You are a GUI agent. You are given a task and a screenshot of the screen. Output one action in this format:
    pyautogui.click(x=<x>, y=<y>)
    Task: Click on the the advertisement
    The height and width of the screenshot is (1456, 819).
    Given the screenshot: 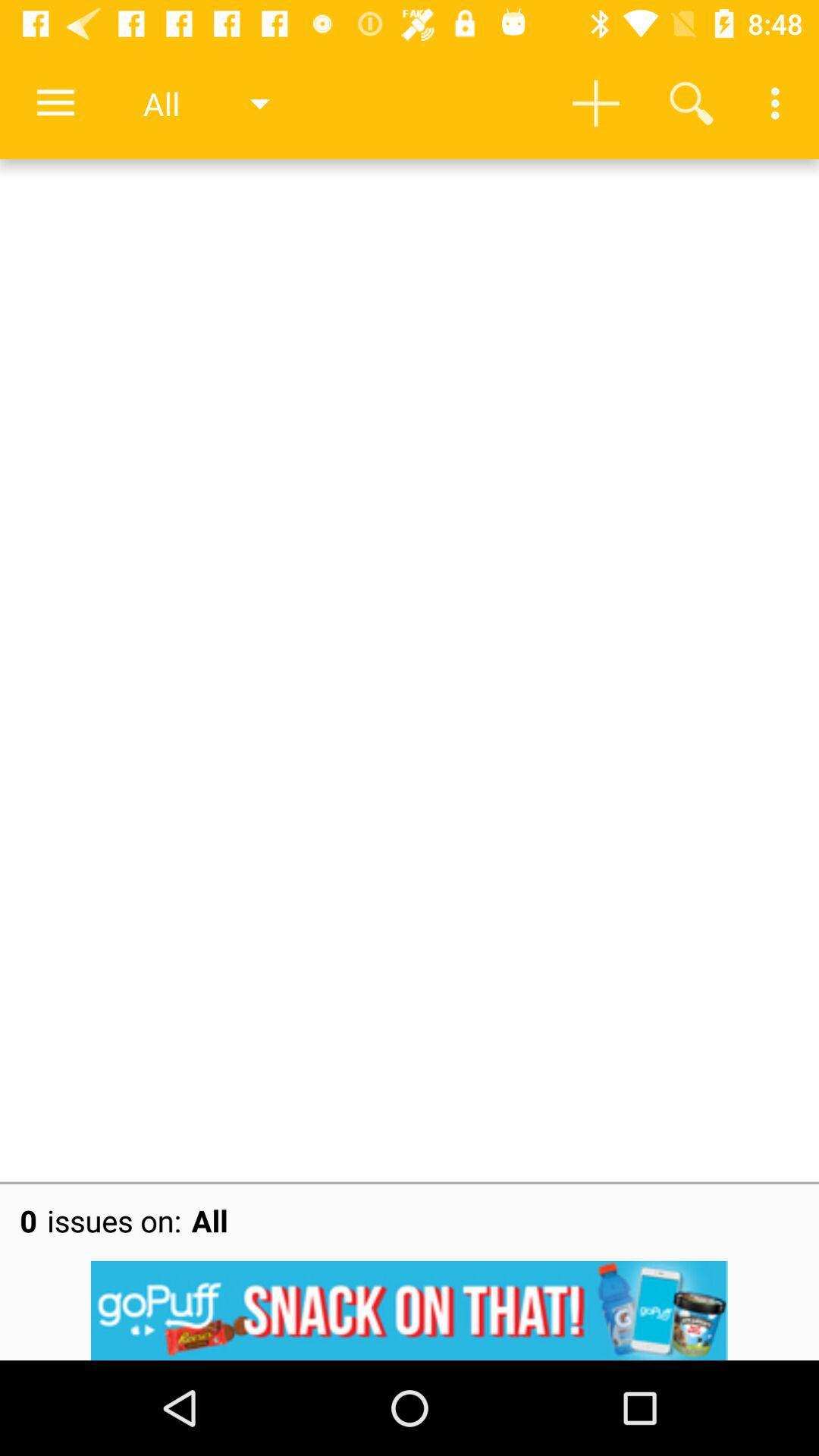 What is the action you would take?
    pyautogui.click(x=409, y=1310)
    